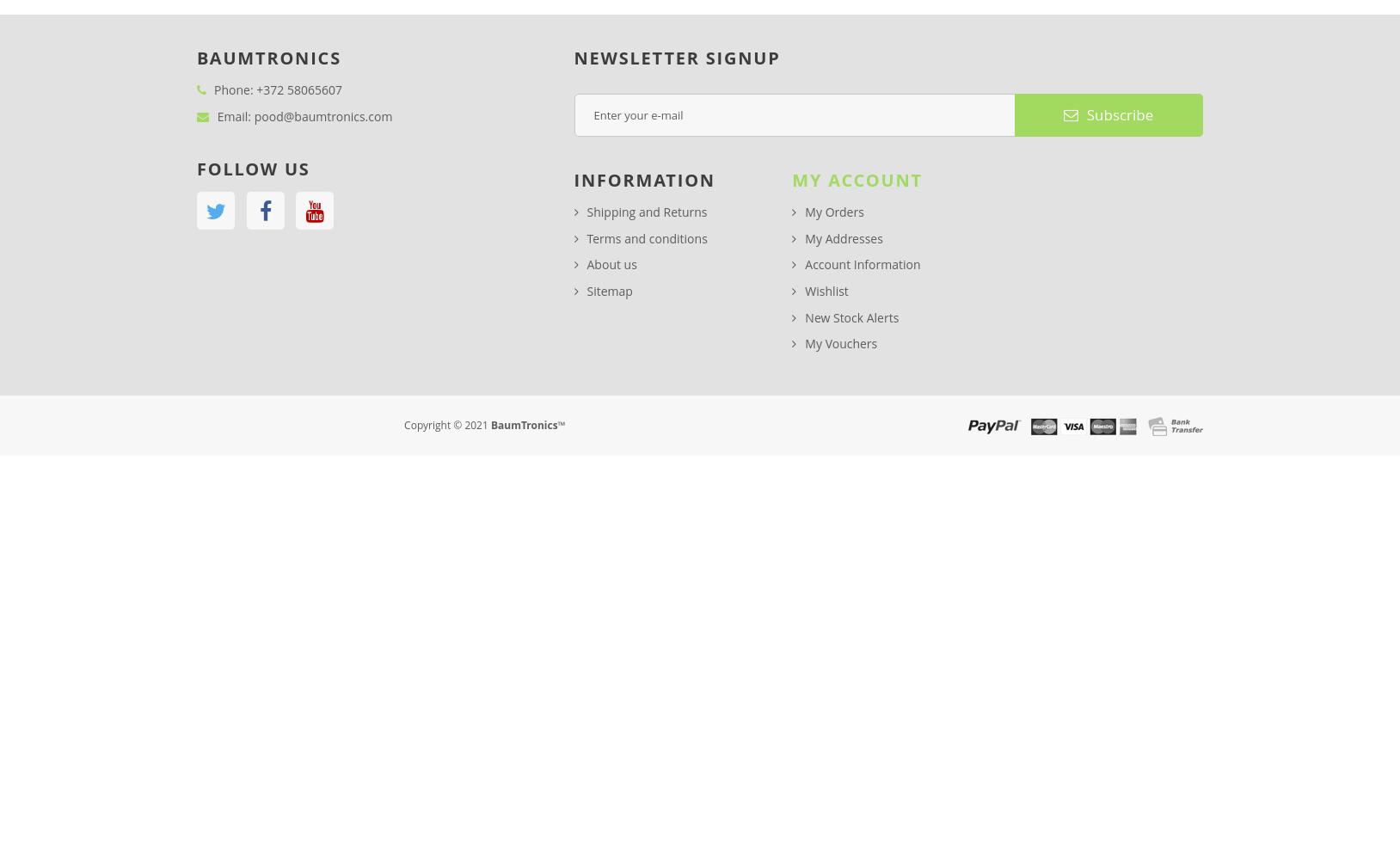 This screenshot has height=860, width=1400. Describe the element at coordinates (803, 210) in the screenshot. I see `'My Orders'` at that location.